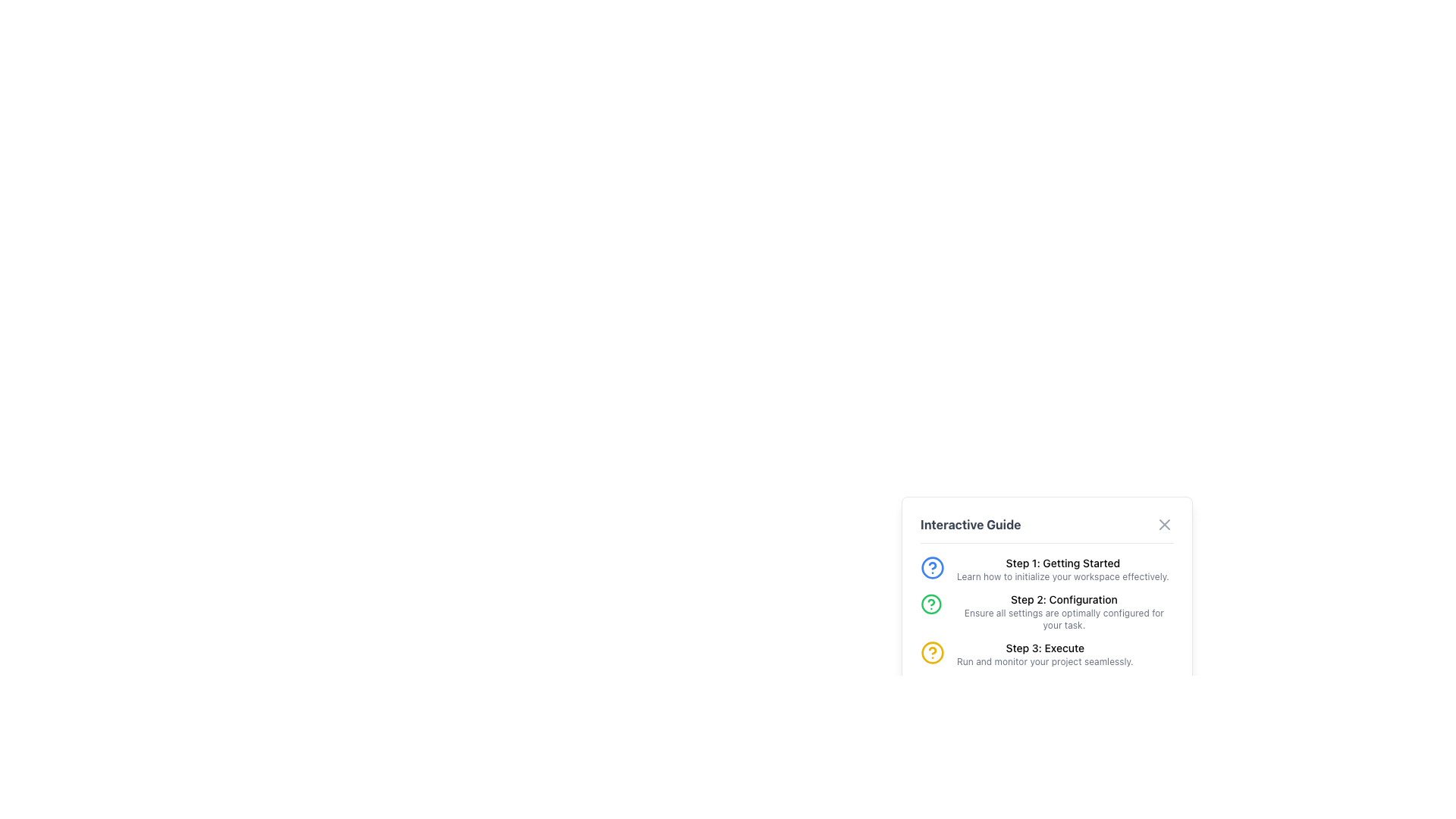  What do you see at coordinates (930, 604) in the screenshot?
I see `the circular icon with a green outline and question mark symbol located to the left of the text 'Step 2: Configuration' in the Interactive Guide panel` at bounding box center [930, 604].